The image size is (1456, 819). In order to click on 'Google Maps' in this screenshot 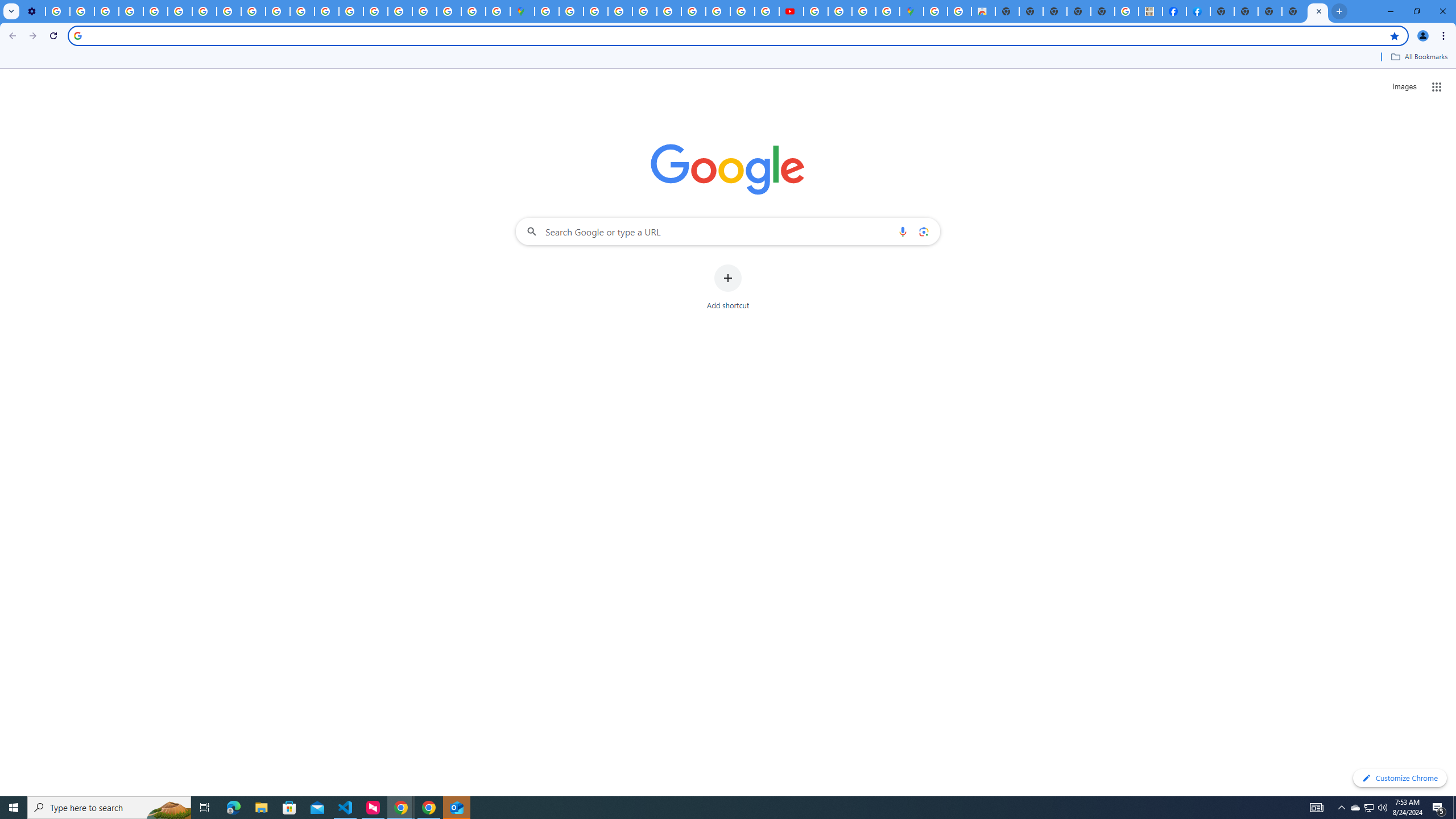, I will do `click(911, 11)`.